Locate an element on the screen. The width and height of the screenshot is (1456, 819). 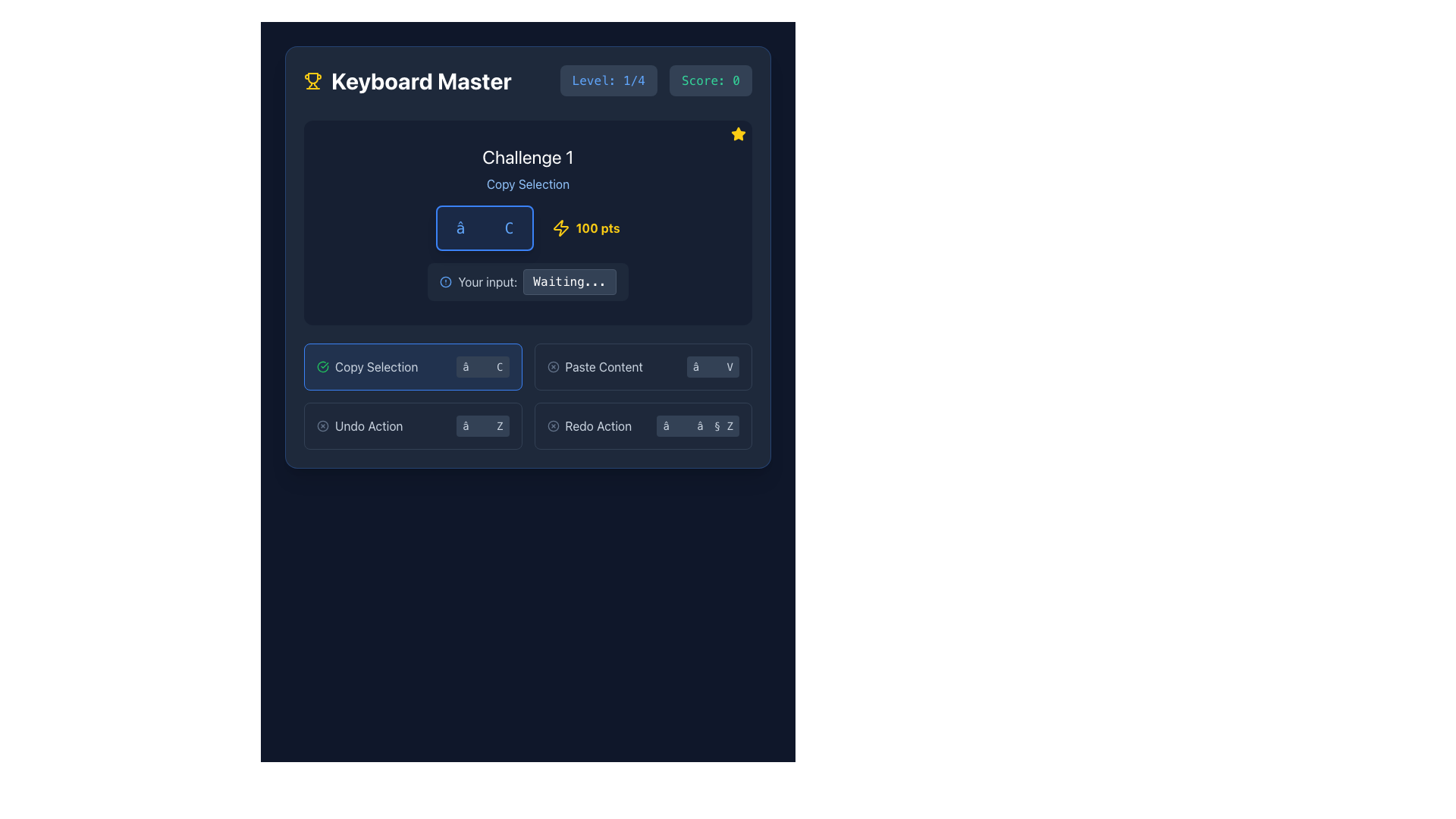
the central Circle element within the 'Keyboard Master' panel, located at the upper-right corner, which serves a decorative or indicative function is located at coordinates (552, 426).